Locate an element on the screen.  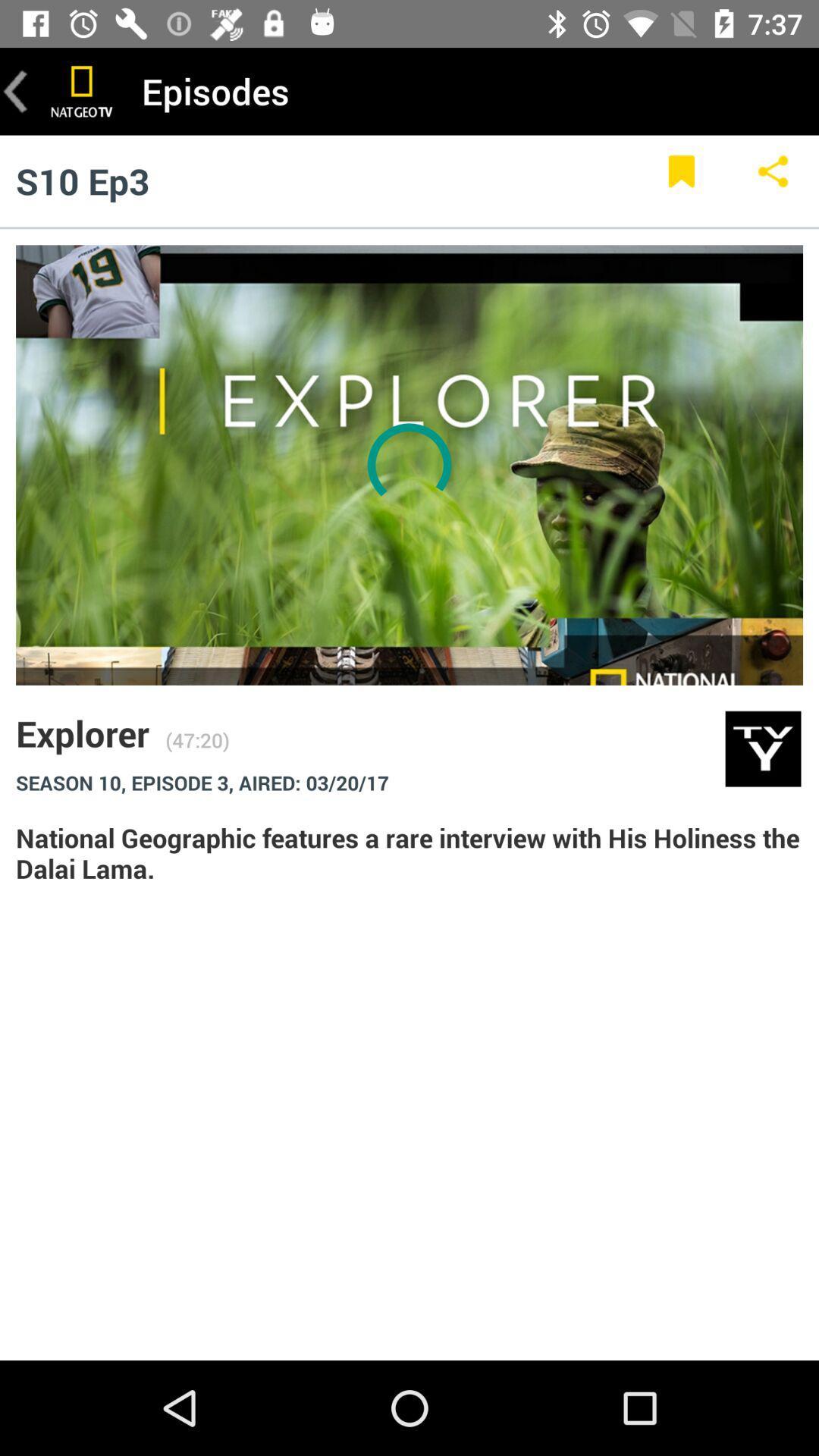
share page is located at coordinates (773, 180).